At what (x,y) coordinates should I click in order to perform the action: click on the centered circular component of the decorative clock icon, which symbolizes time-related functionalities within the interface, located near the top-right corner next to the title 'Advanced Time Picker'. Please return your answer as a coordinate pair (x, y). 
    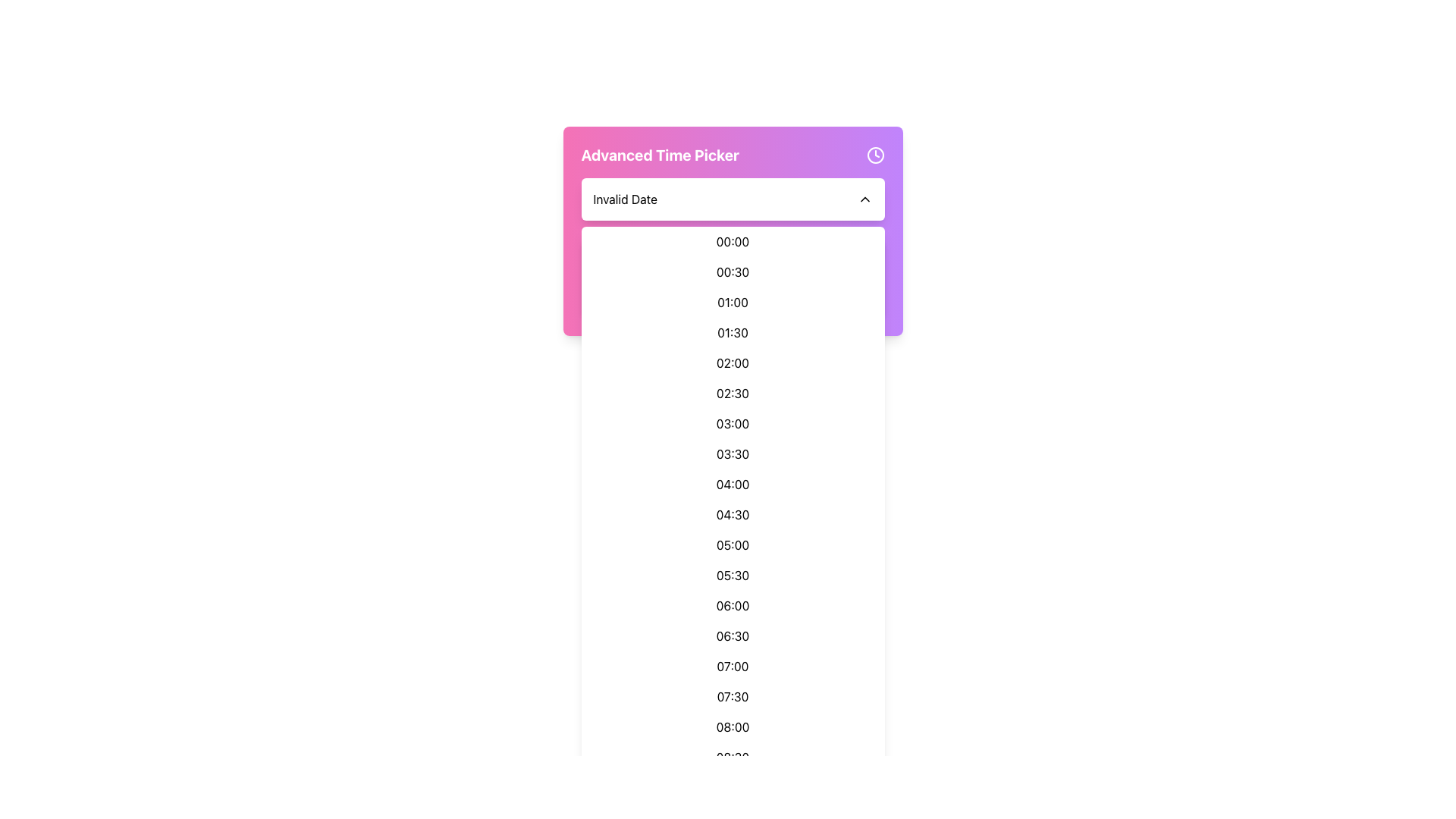
    Looking at the image, I should click on (875, 155).